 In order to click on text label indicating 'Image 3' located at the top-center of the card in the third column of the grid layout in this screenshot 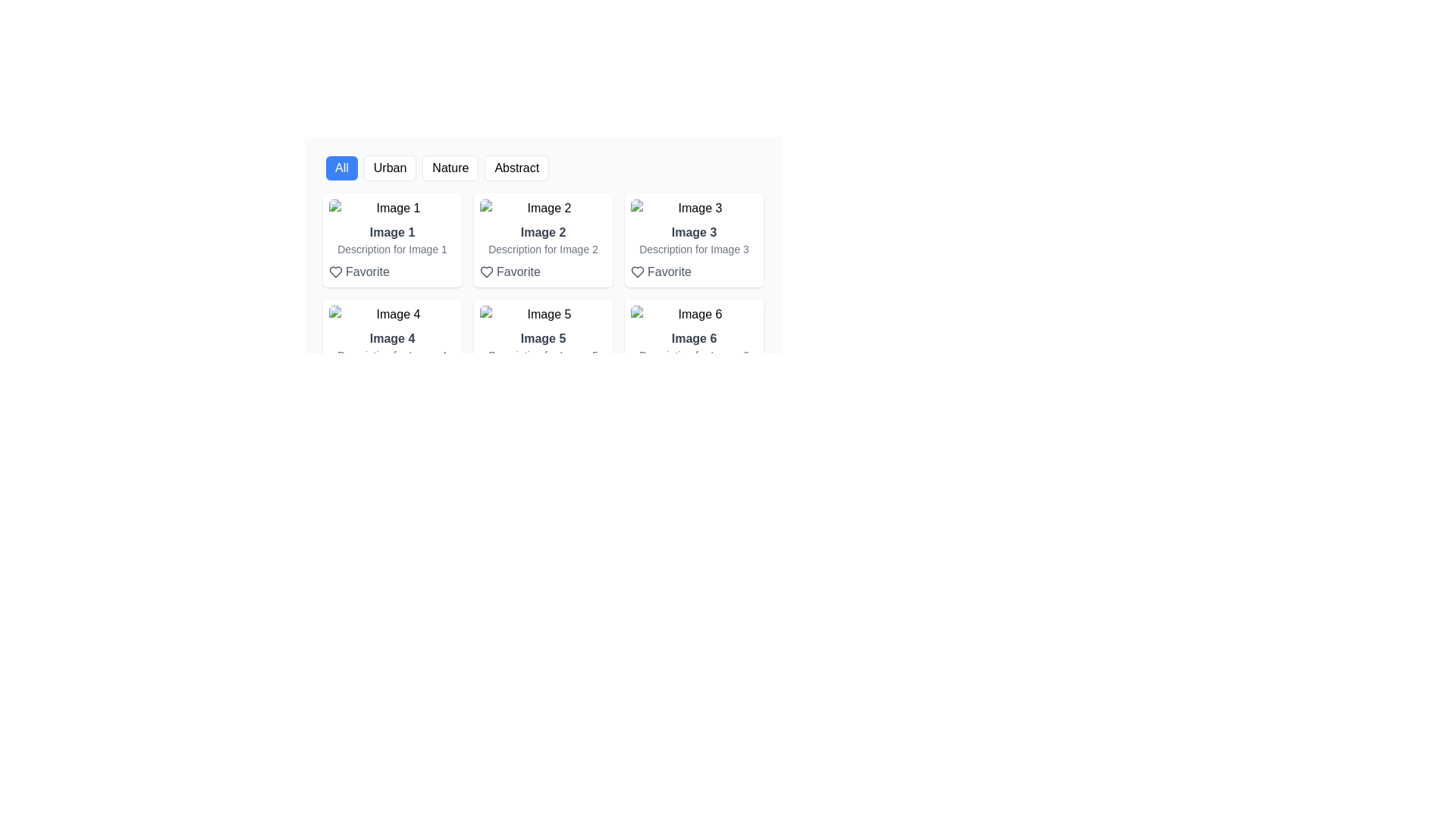, I will do `click(693, 233)`.